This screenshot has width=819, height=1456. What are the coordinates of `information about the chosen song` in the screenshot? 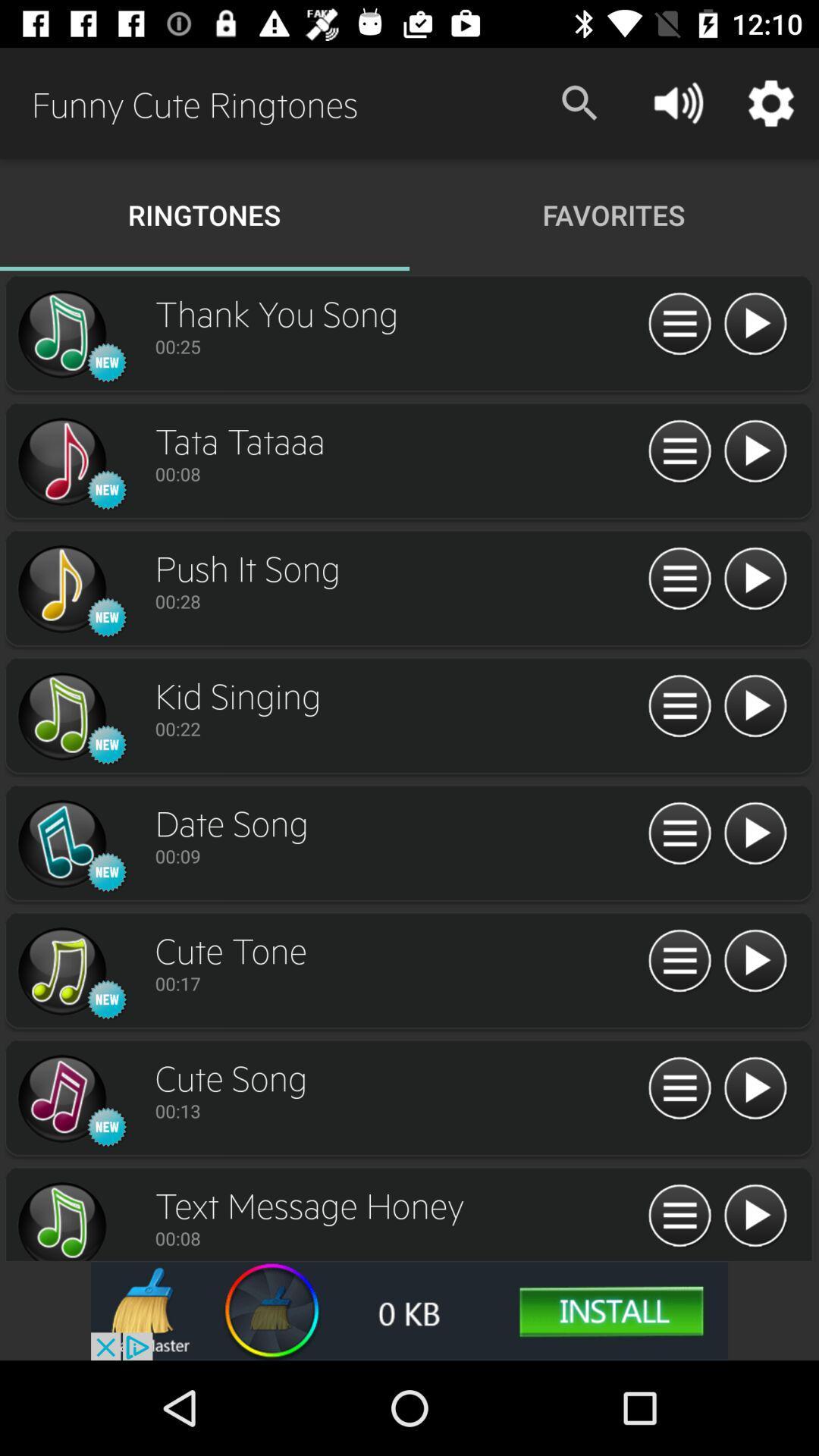 It's located at (679, 1088).